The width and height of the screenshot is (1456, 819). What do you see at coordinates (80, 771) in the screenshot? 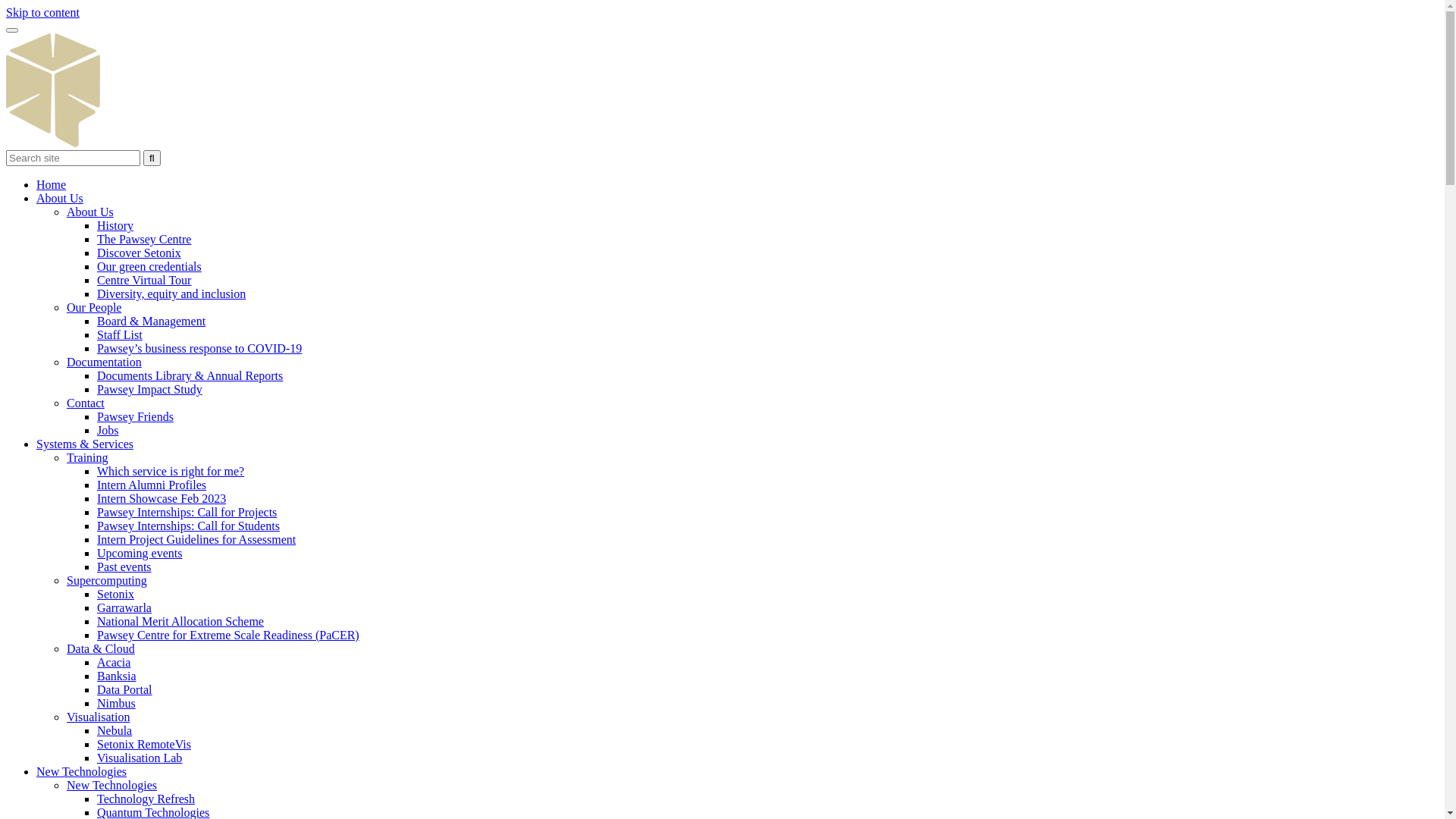
I see `'New Technologies'` at bounding box center [80, 771].